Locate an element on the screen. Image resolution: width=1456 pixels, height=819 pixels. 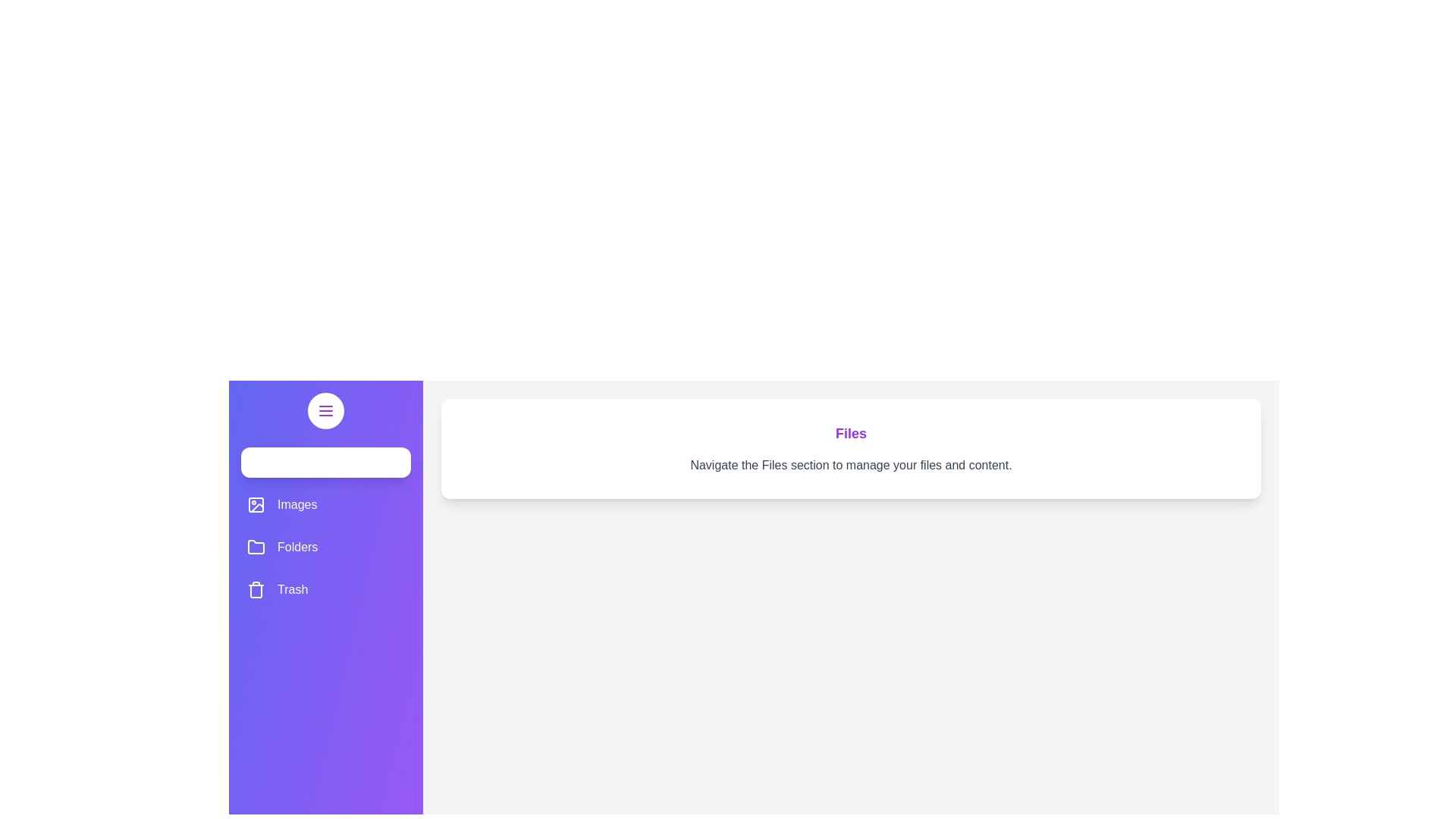
the section Folders to navigate to it is located at coordinates (325, 547).